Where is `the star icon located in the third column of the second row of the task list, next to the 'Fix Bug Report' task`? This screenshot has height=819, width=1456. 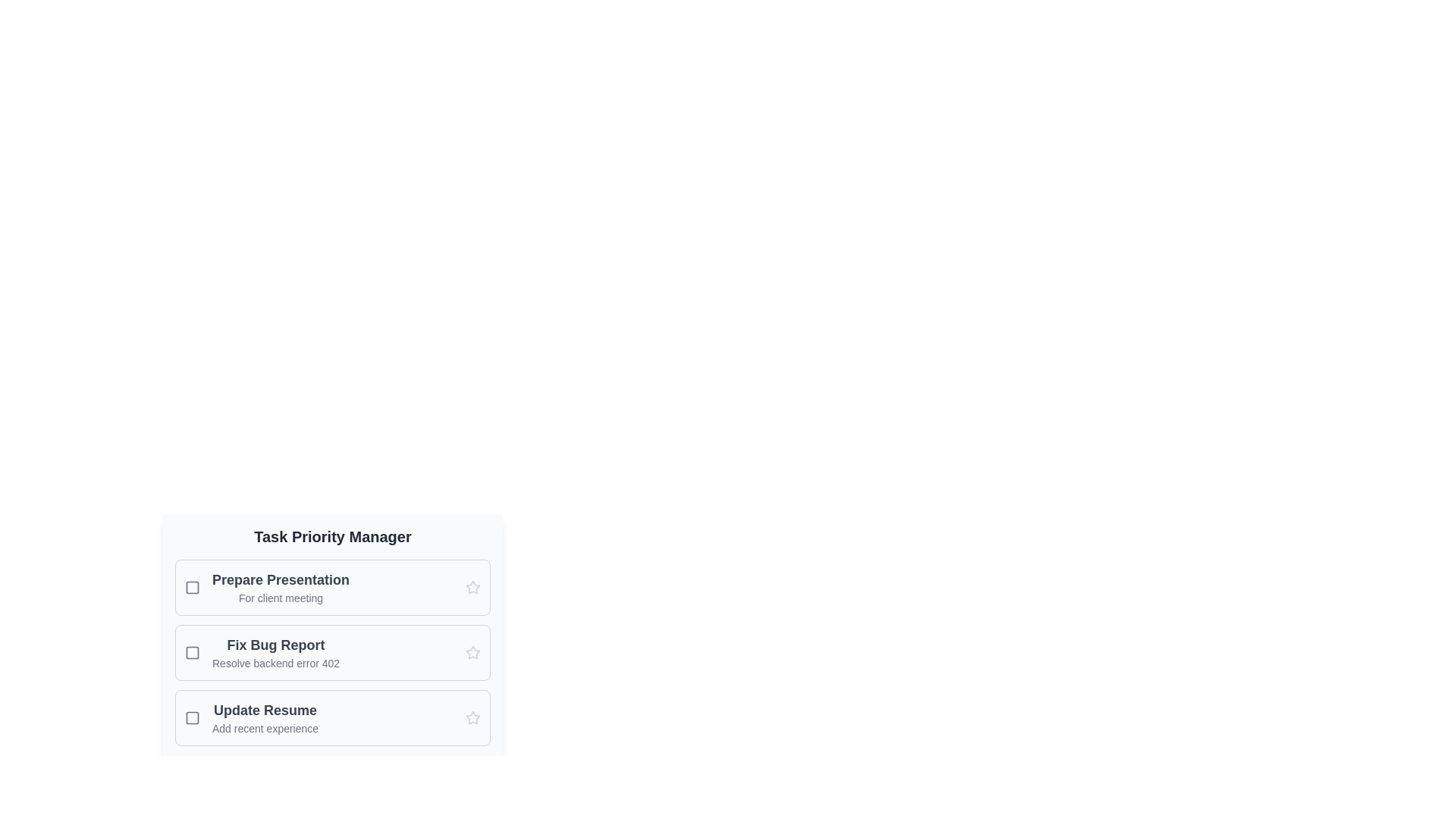
the star icon located in the third column of the second row of the task list, next to the 'Fix Bug Report' task is located at coordinates (472, 651).